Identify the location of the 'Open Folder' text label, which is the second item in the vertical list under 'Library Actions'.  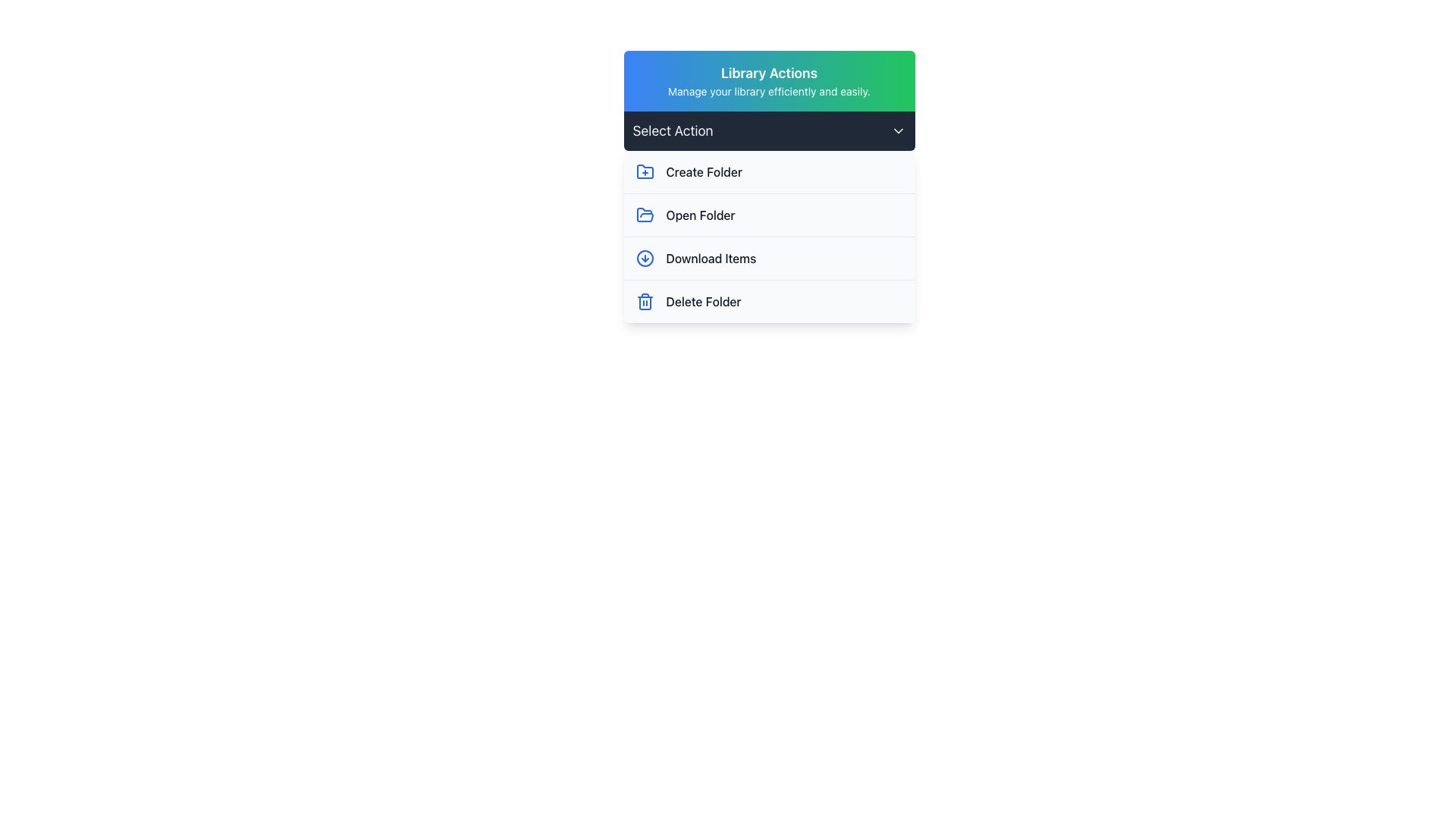
(700, 215).